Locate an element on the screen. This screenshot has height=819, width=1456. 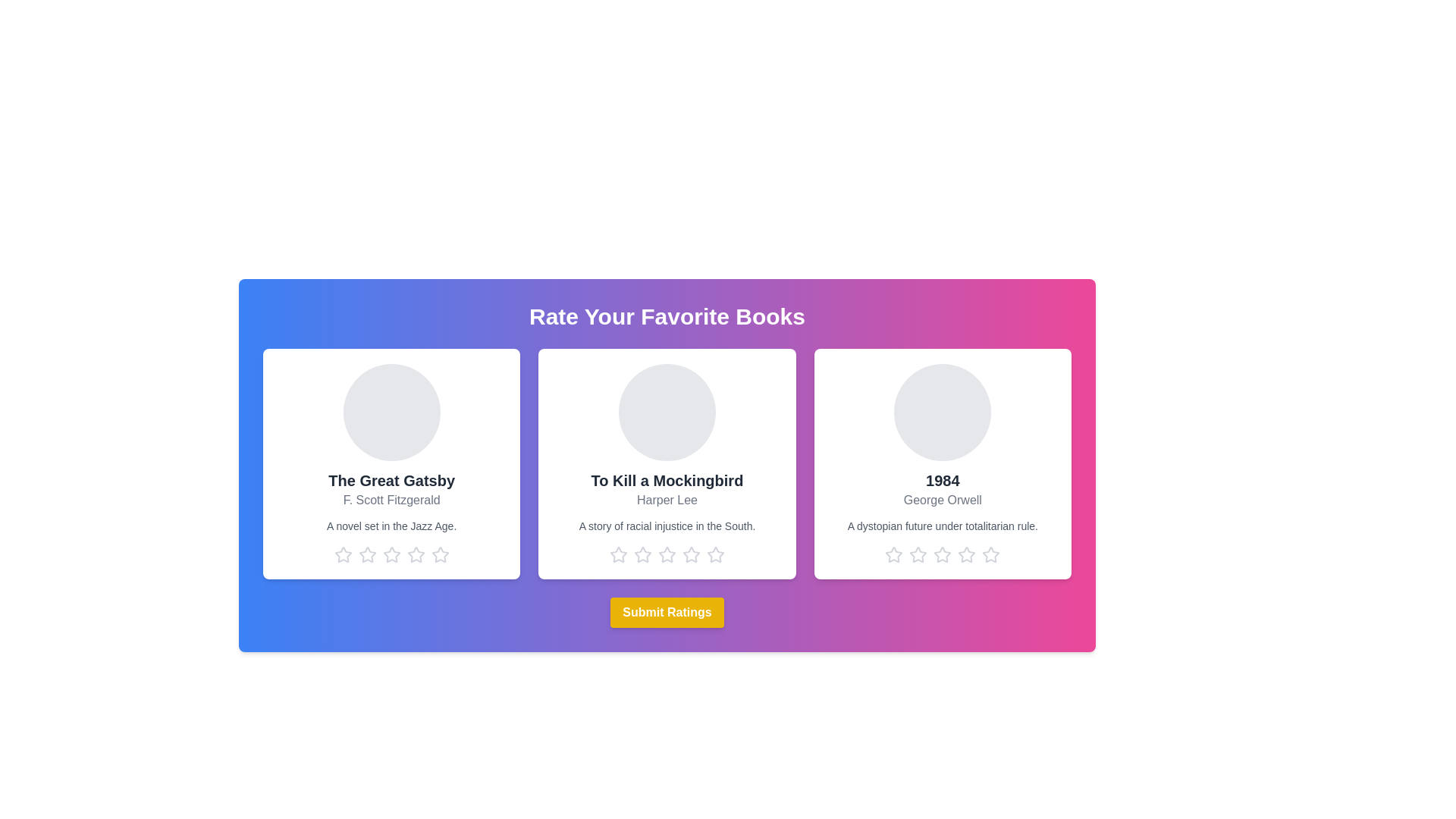
the star corresponding to the rating 4 for the book titled 1984 is located at coordinates (966, 555).